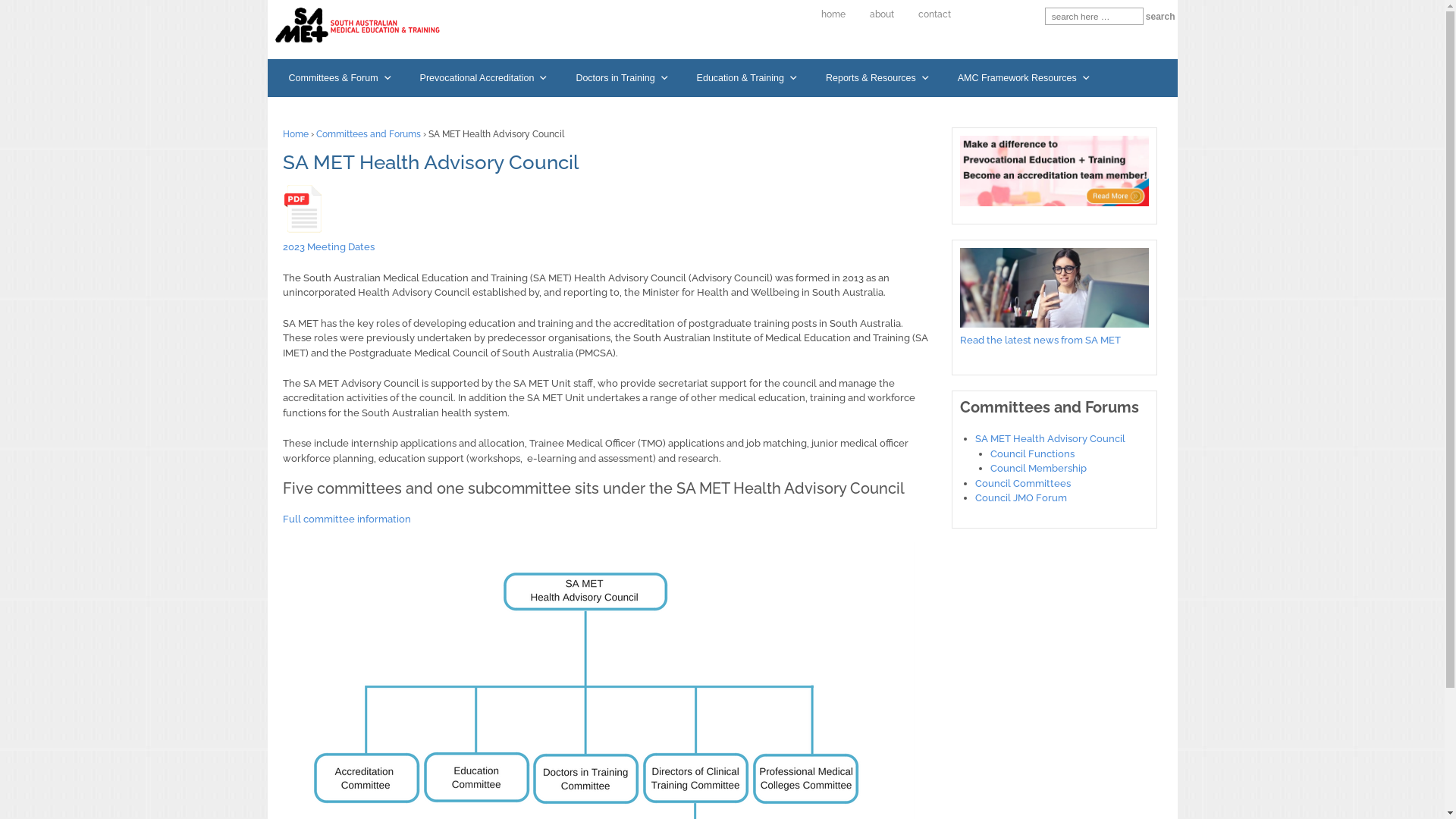 The width and height of the screenshot is (1456, 819). I want to click on 'Council Functions', so click(1031, 452).